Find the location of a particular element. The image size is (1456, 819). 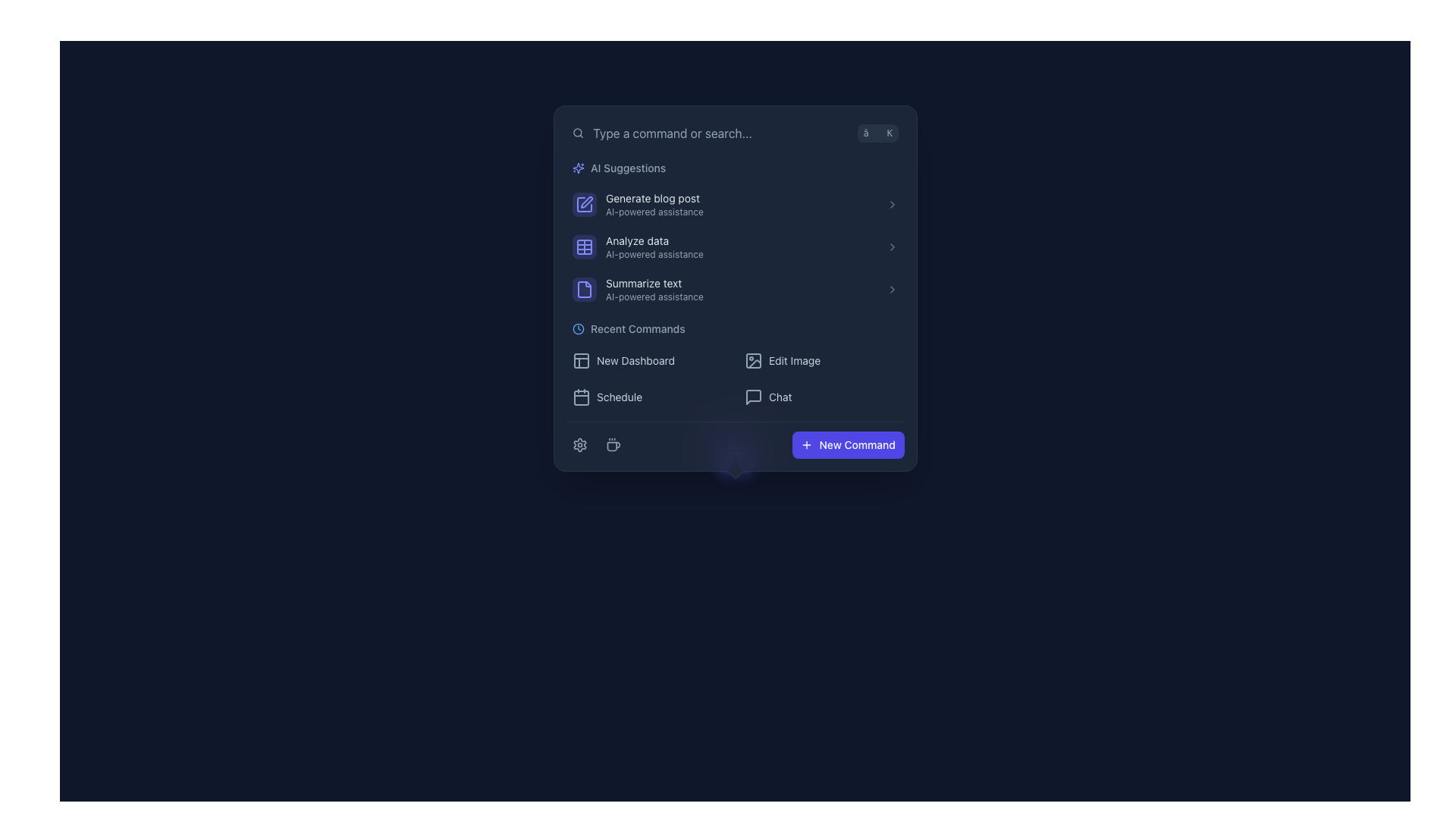

the text label displaying 'New Dashboard' in light gray color is located at coordinates (635, 360).